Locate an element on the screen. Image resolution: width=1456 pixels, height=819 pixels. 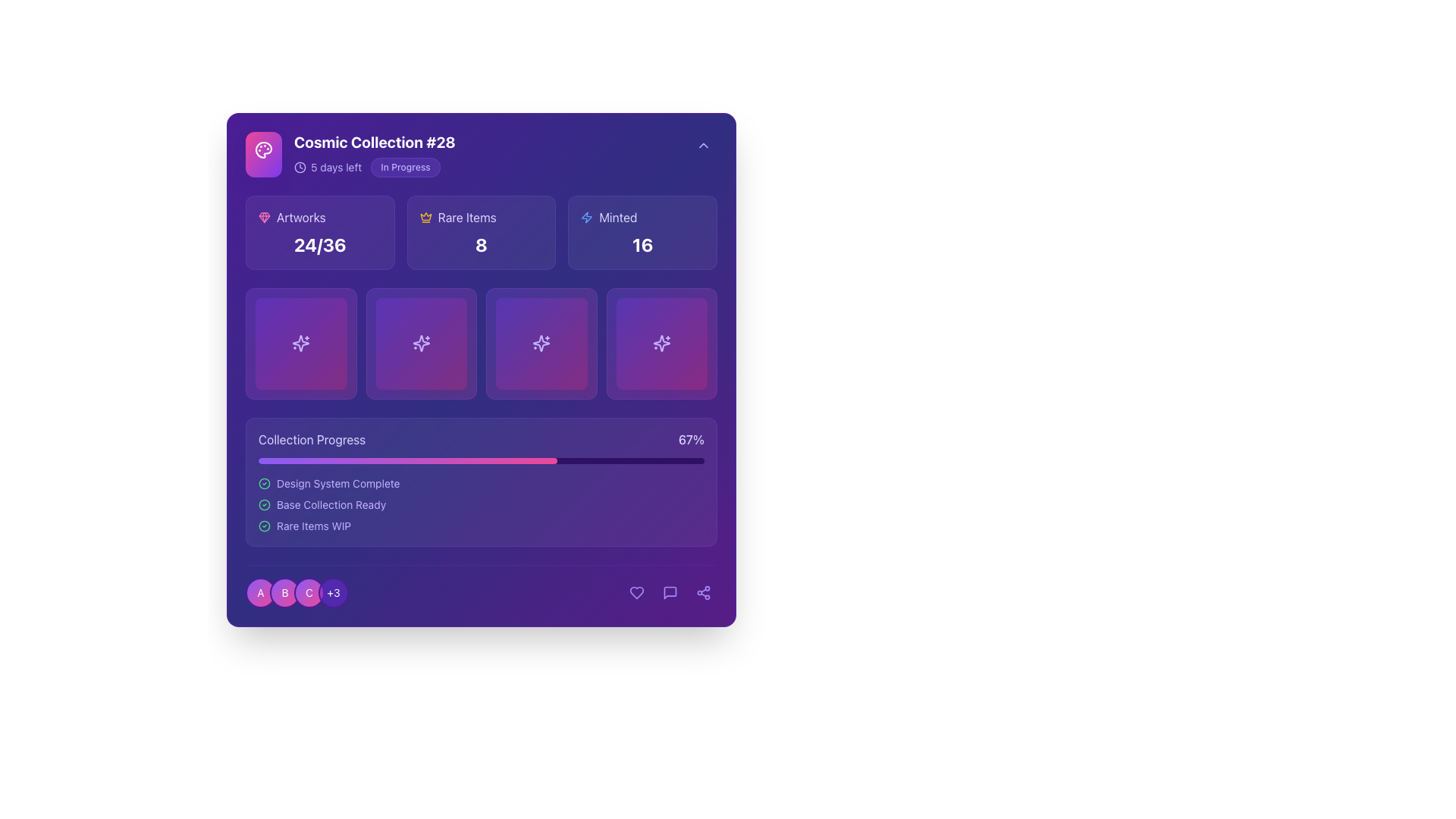
the leftmost sparkles icon, which is a violet-colored icon resembling a collection of small stars is located at coordinates (301, 344).